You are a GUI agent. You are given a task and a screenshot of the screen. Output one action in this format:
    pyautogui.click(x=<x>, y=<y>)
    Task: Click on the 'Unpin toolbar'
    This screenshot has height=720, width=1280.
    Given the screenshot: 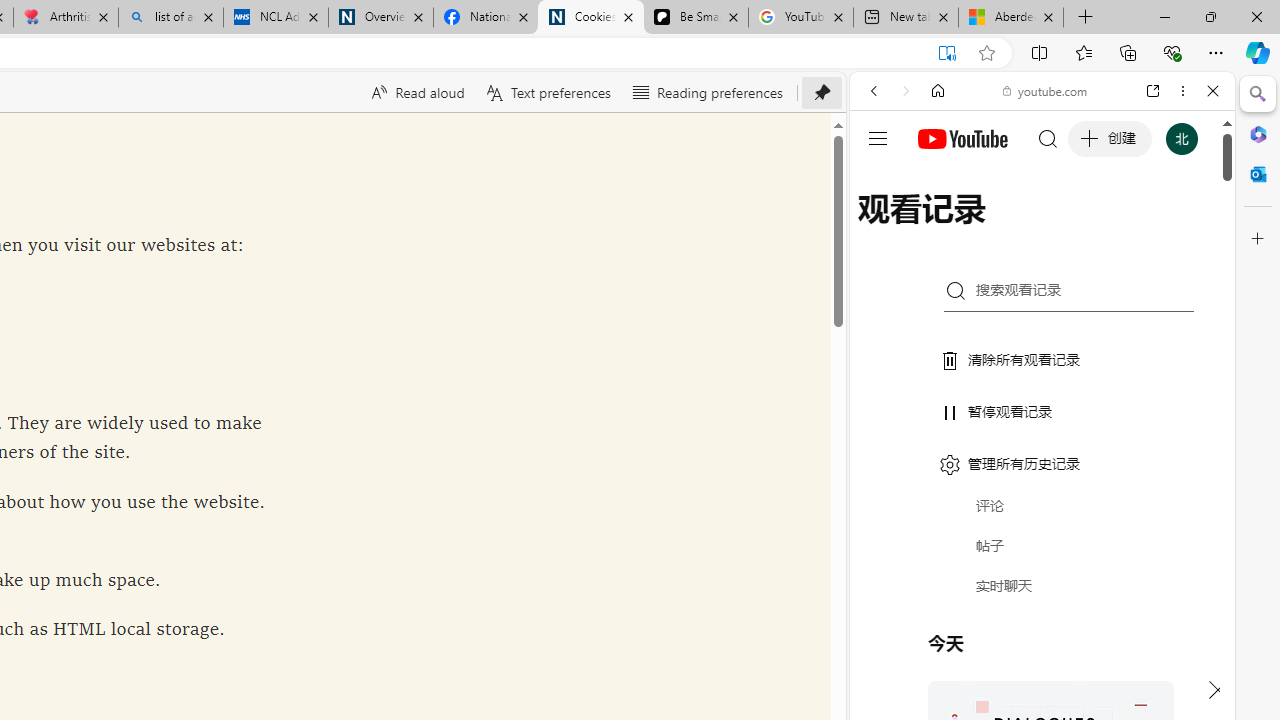 What is the action you would take?
    pyautogui.click(x=821, y=92)
    